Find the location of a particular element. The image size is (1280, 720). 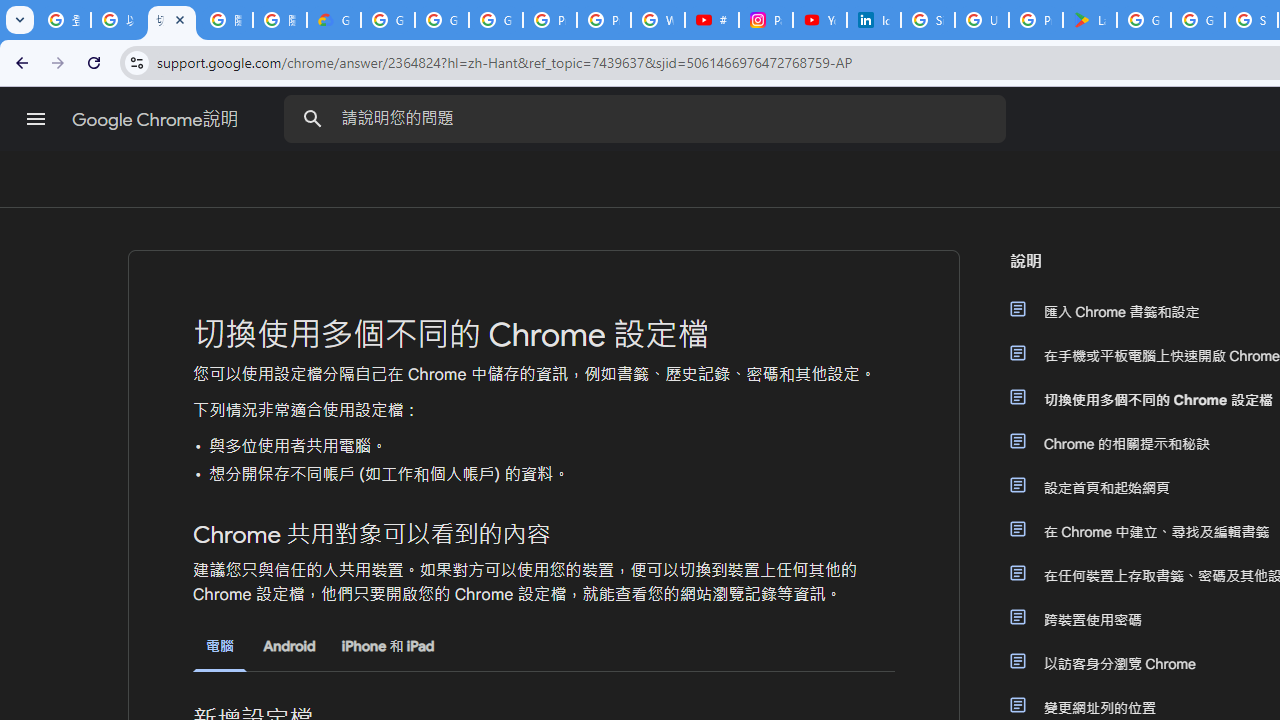

'Android' is located at coordinates (288, 646).